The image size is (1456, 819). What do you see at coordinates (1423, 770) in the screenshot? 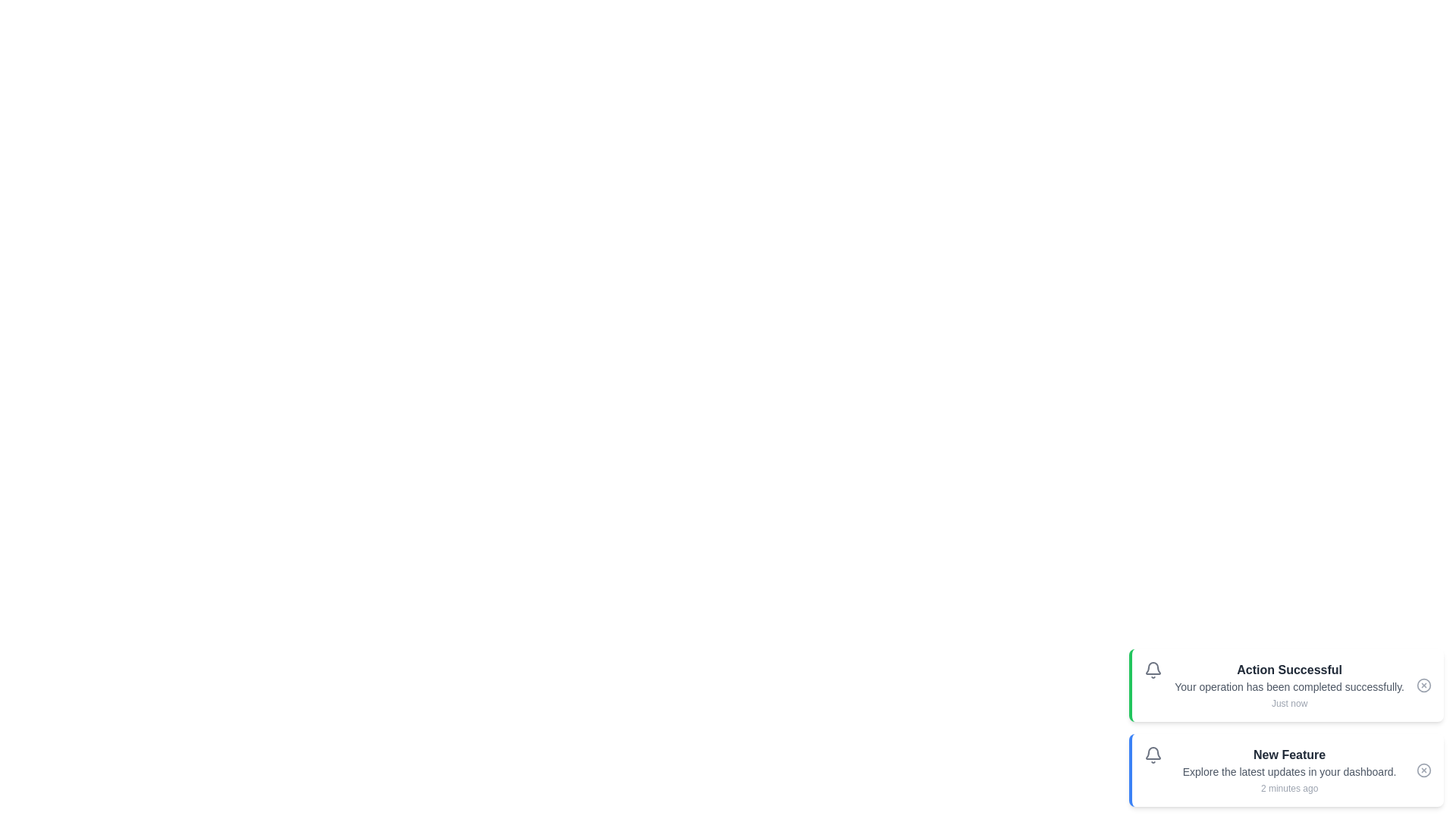
I see `the circular dismissal button with a gray border and 'X' marker located in the bottom-right corner of the notification card titled 'New Feature'` at bounding box center [1423, 770].